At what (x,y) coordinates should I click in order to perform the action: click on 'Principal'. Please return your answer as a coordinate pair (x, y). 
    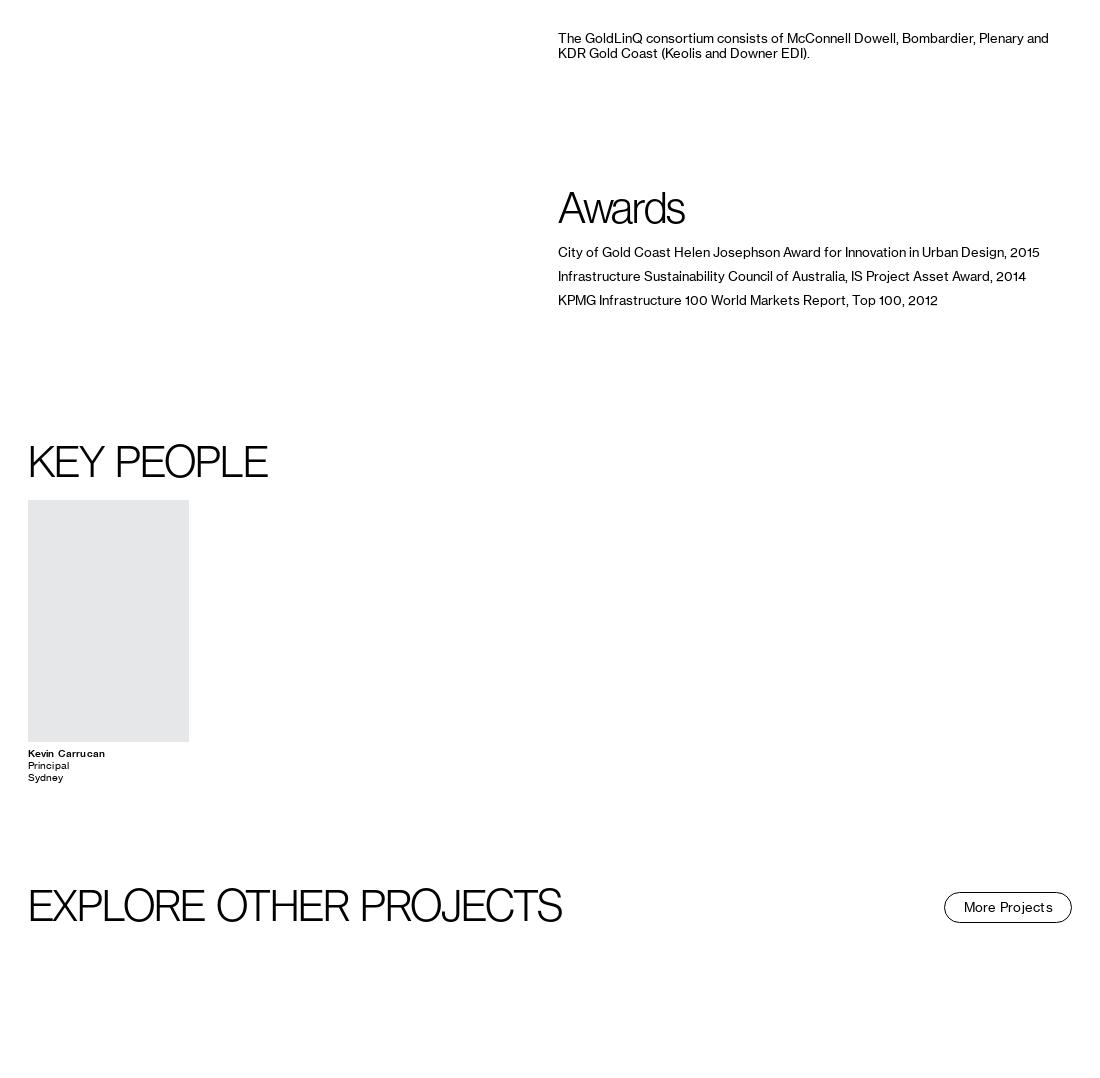
    Looking at the image, I should click on (46, 765).